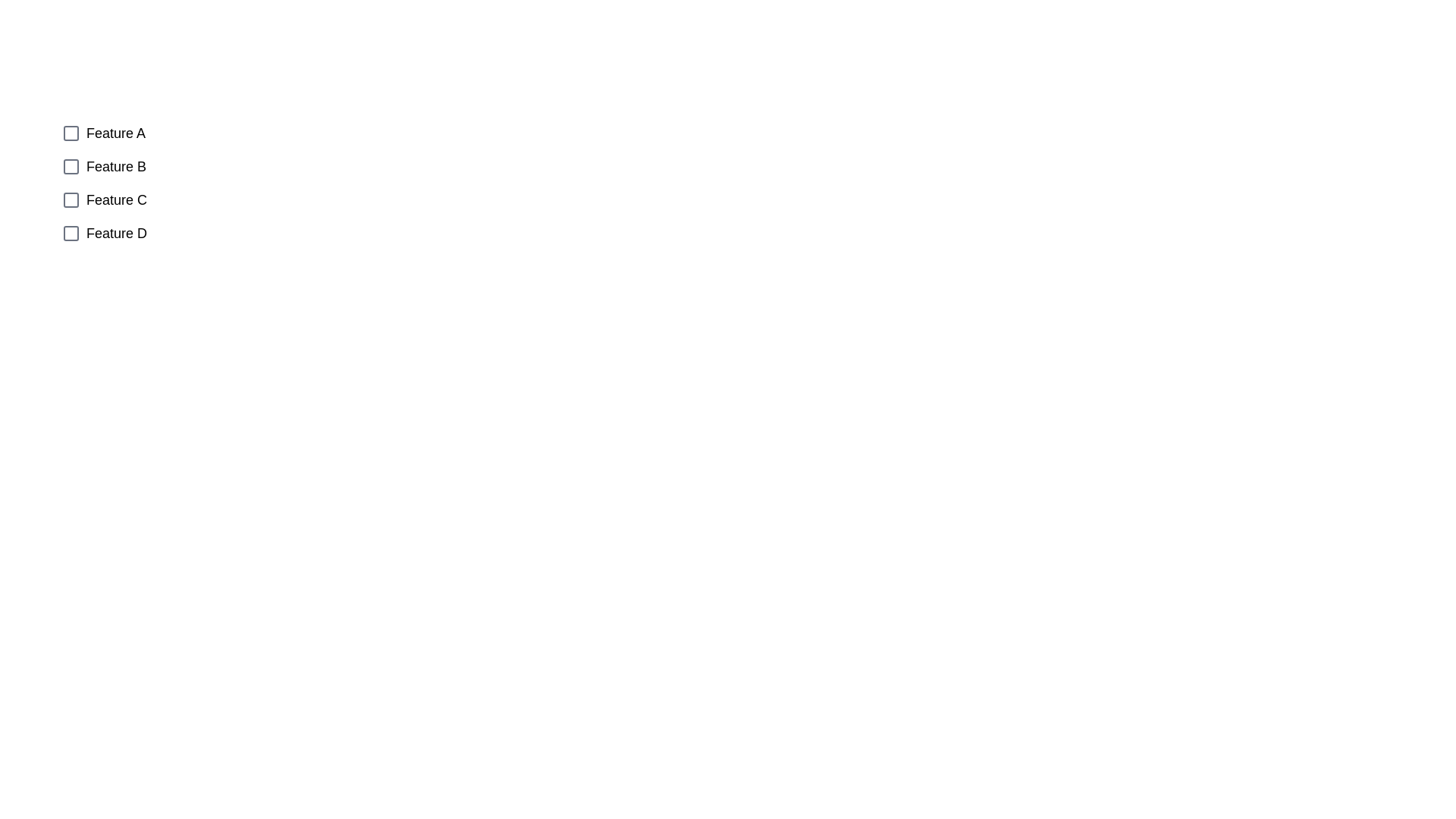 This screenshot has width=1456, height=819. Describe the element at coordinates (104, 199) in the screenshot. I see `the checkbox corresponding to Feature C to observe its position` at that location.